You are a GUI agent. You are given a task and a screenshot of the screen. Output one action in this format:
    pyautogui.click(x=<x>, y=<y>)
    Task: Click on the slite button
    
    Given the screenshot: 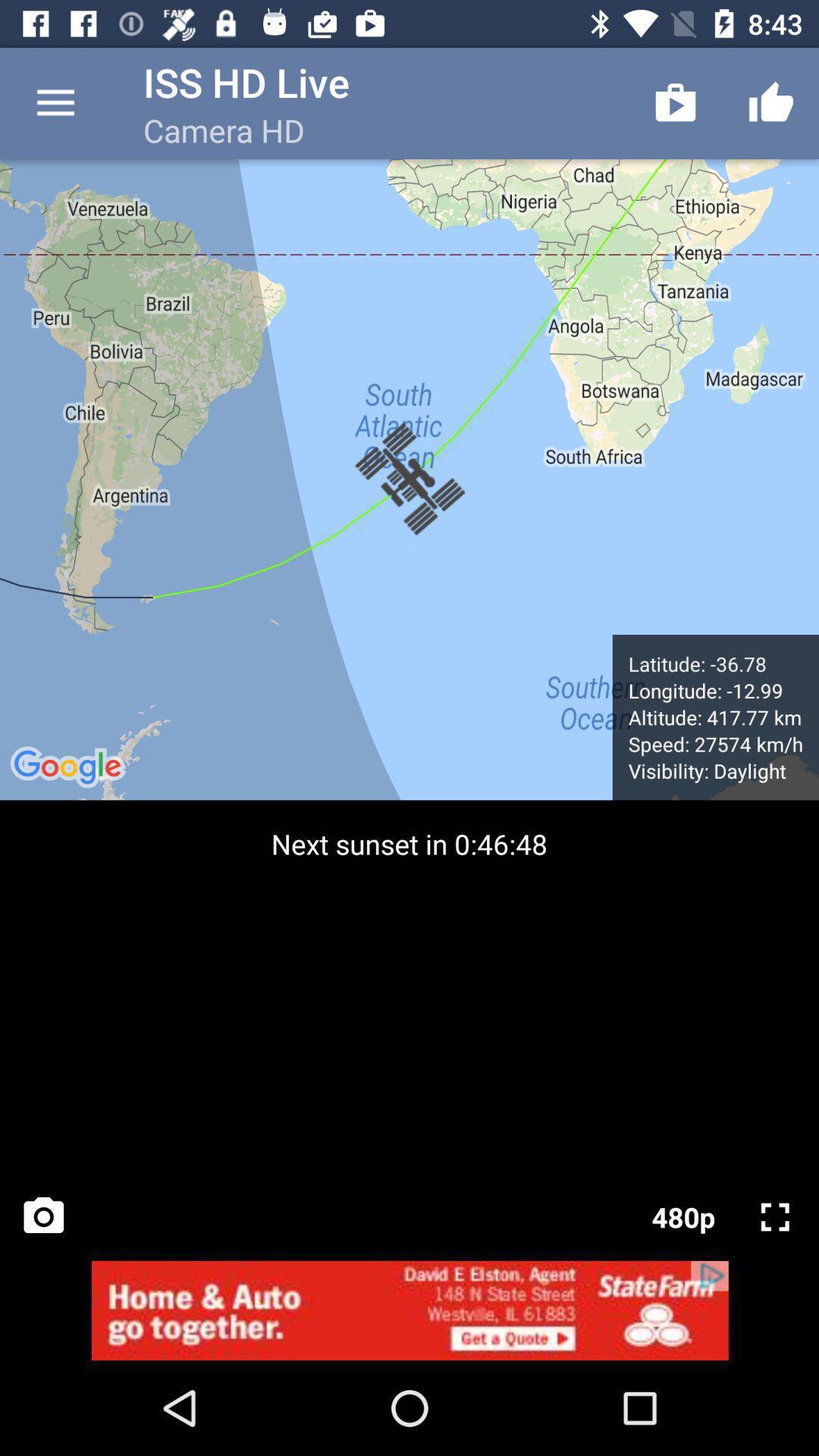 What is the action you would take?
    pyautogui.click(x=775, y=1216)
    